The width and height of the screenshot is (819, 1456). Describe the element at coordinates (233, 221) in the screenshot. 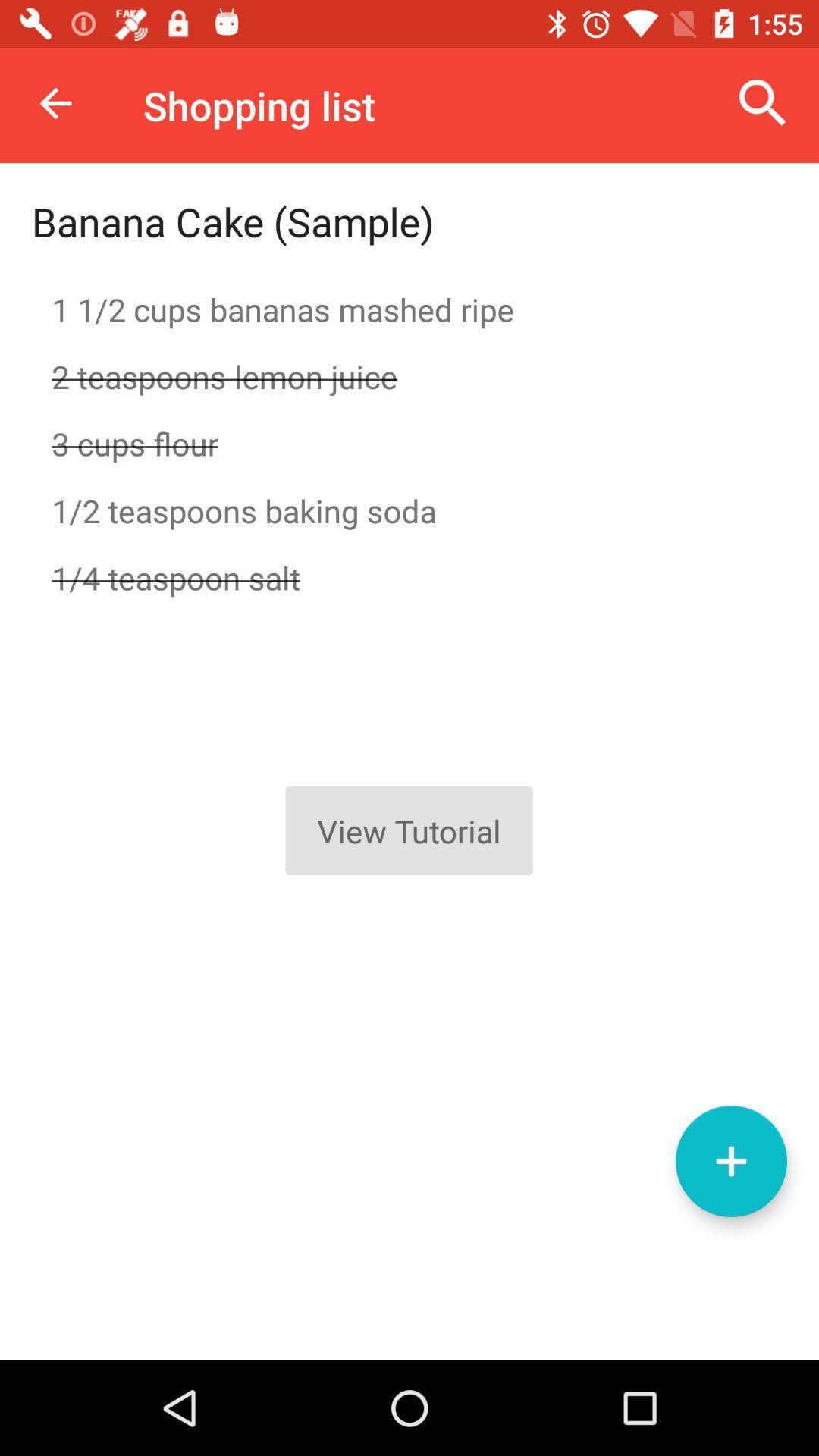

I see `icon above 1 1 2 item` at that location.